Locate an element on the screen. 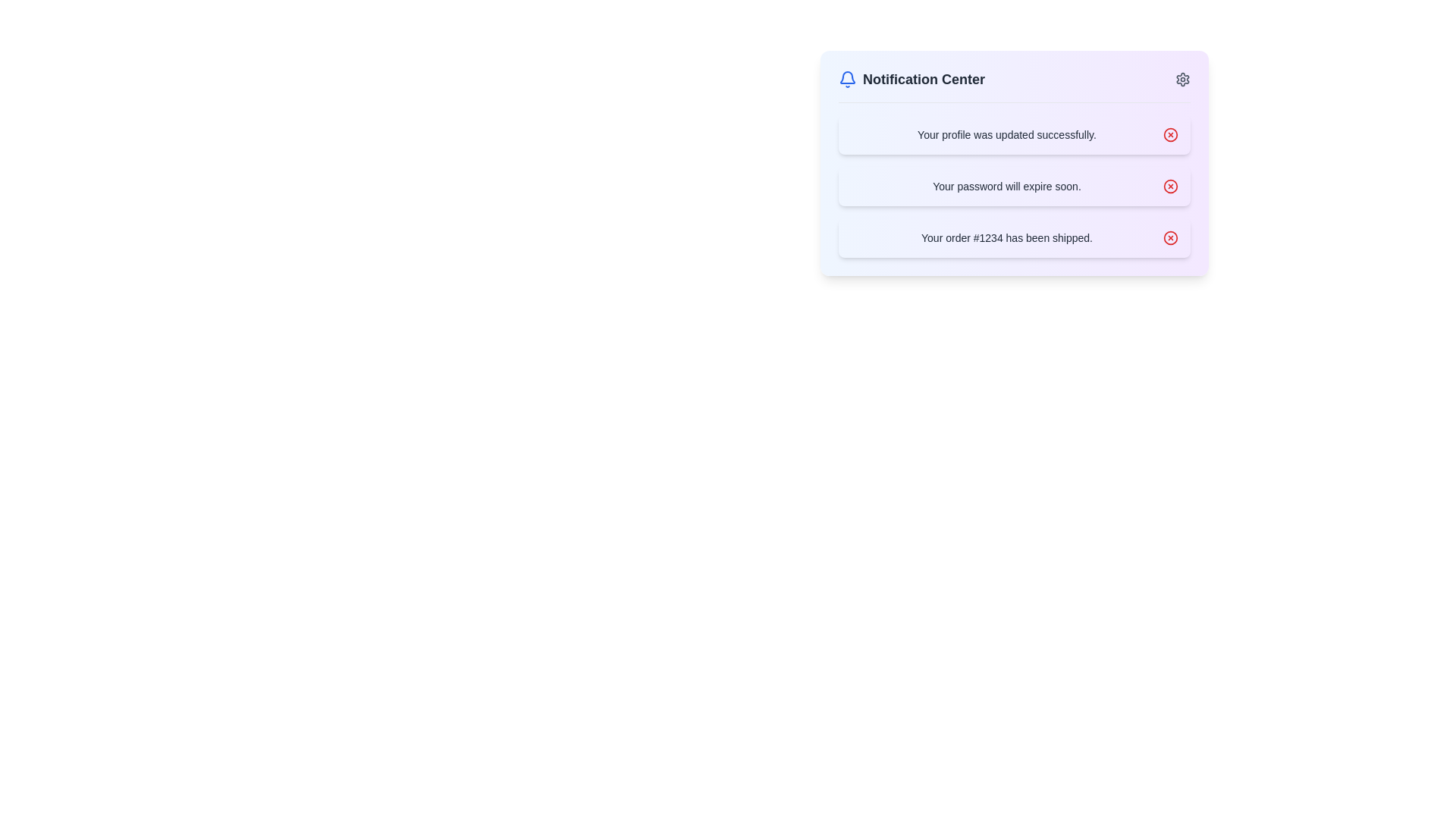 The height and width of the screenshot is (819, 1456). the gear-shaped settings icon is located at coordinates (1182, 79).